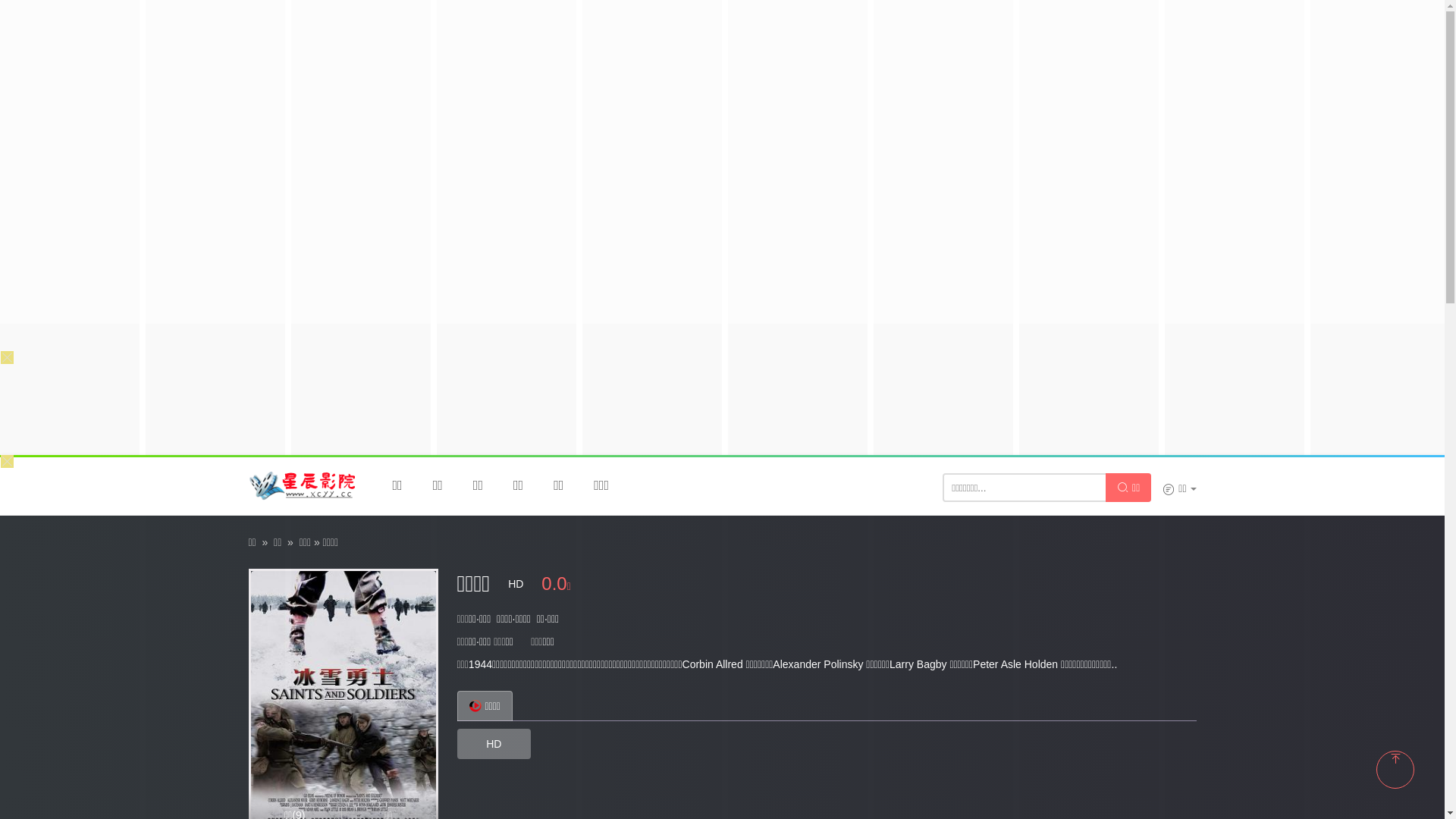 The height and width of the screenshot is (819, 1456). I want to click on 'HD', so click(494, 742).